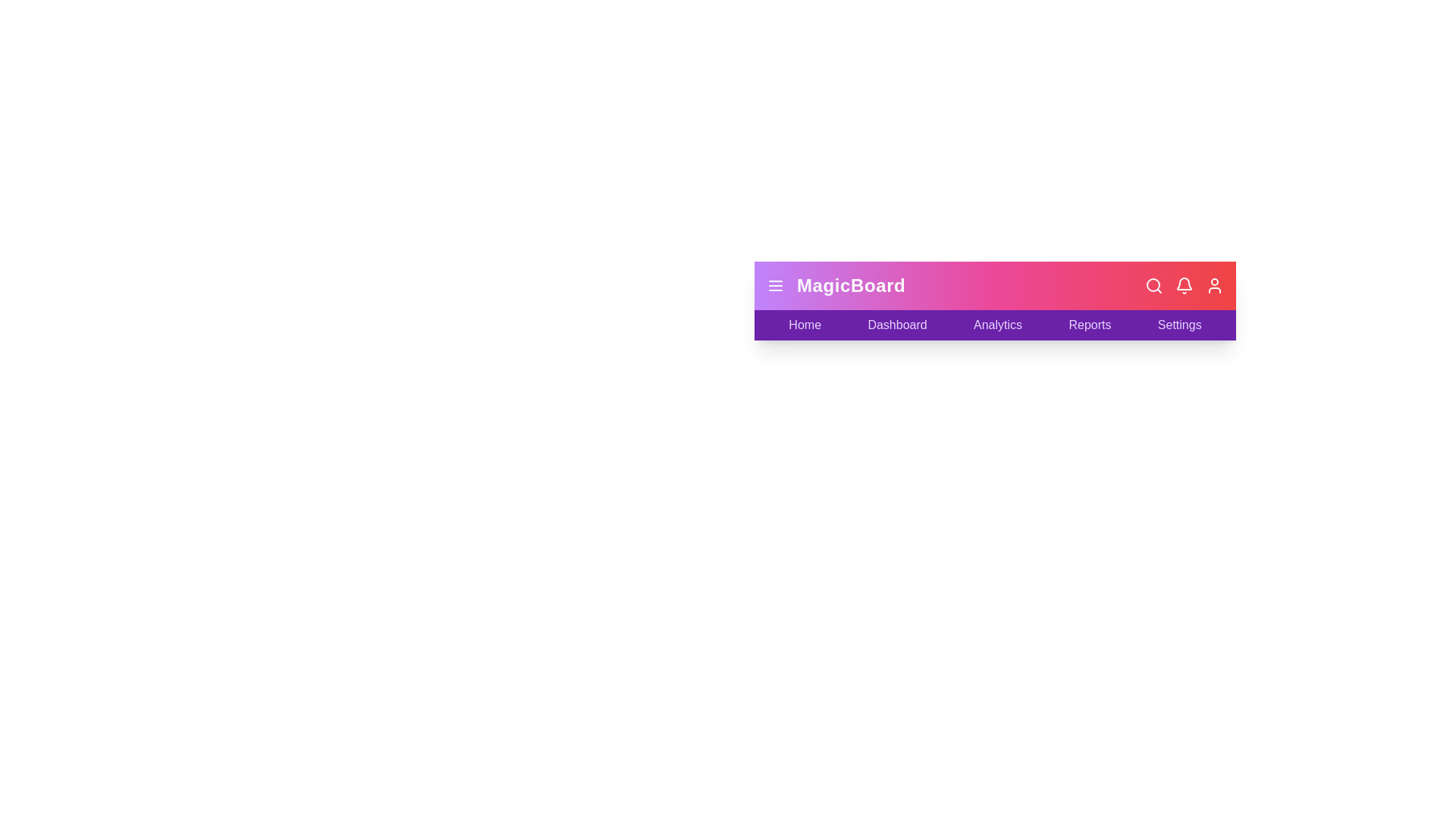  I want to click on the Dashboard label to navigate to the respective section, so click(896, 324).